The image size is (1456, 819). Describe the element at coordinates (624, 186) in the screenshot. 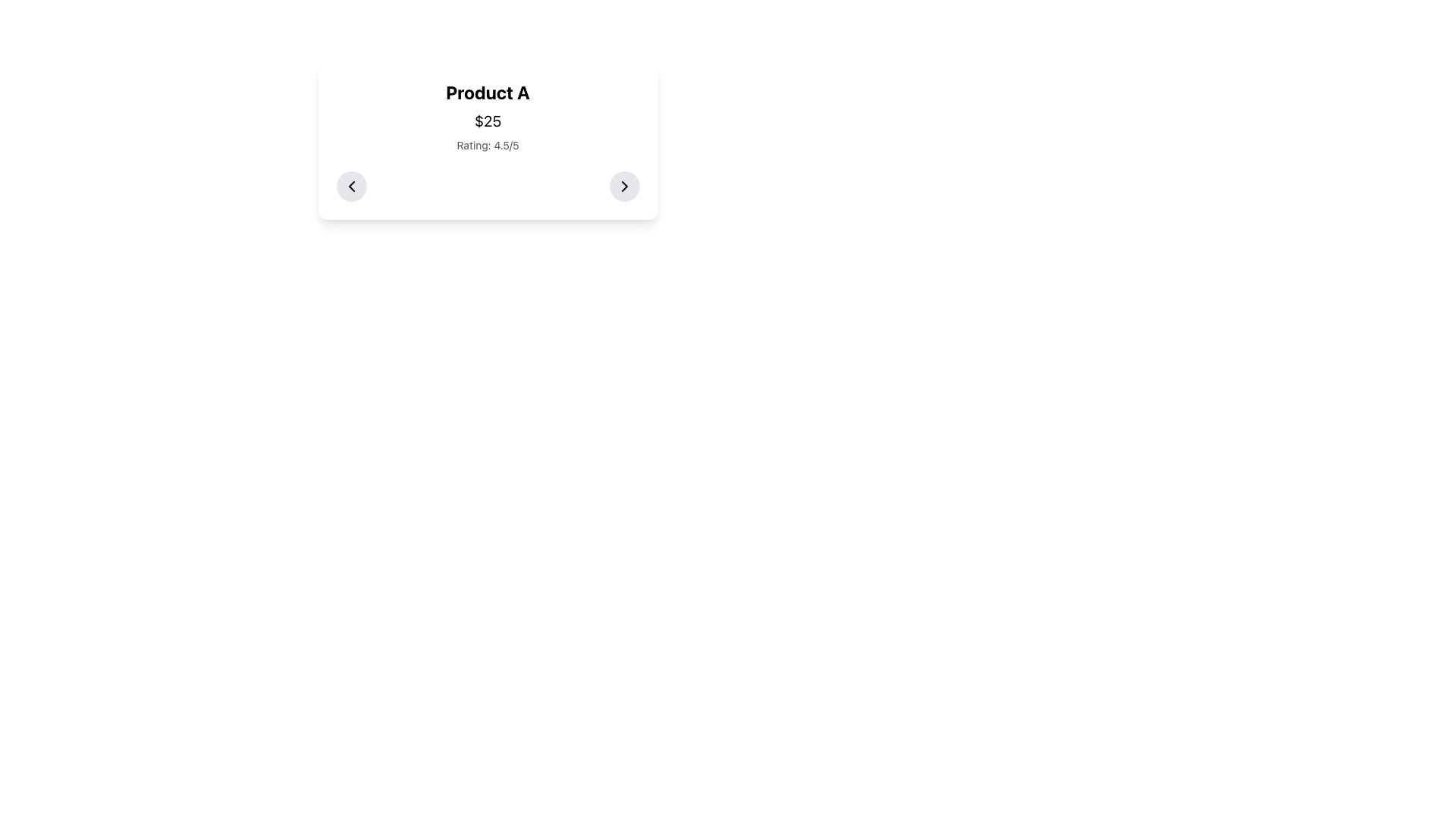

I see `the arrow icon located at the far-right side of the card component containing 'Product A'` at that location.